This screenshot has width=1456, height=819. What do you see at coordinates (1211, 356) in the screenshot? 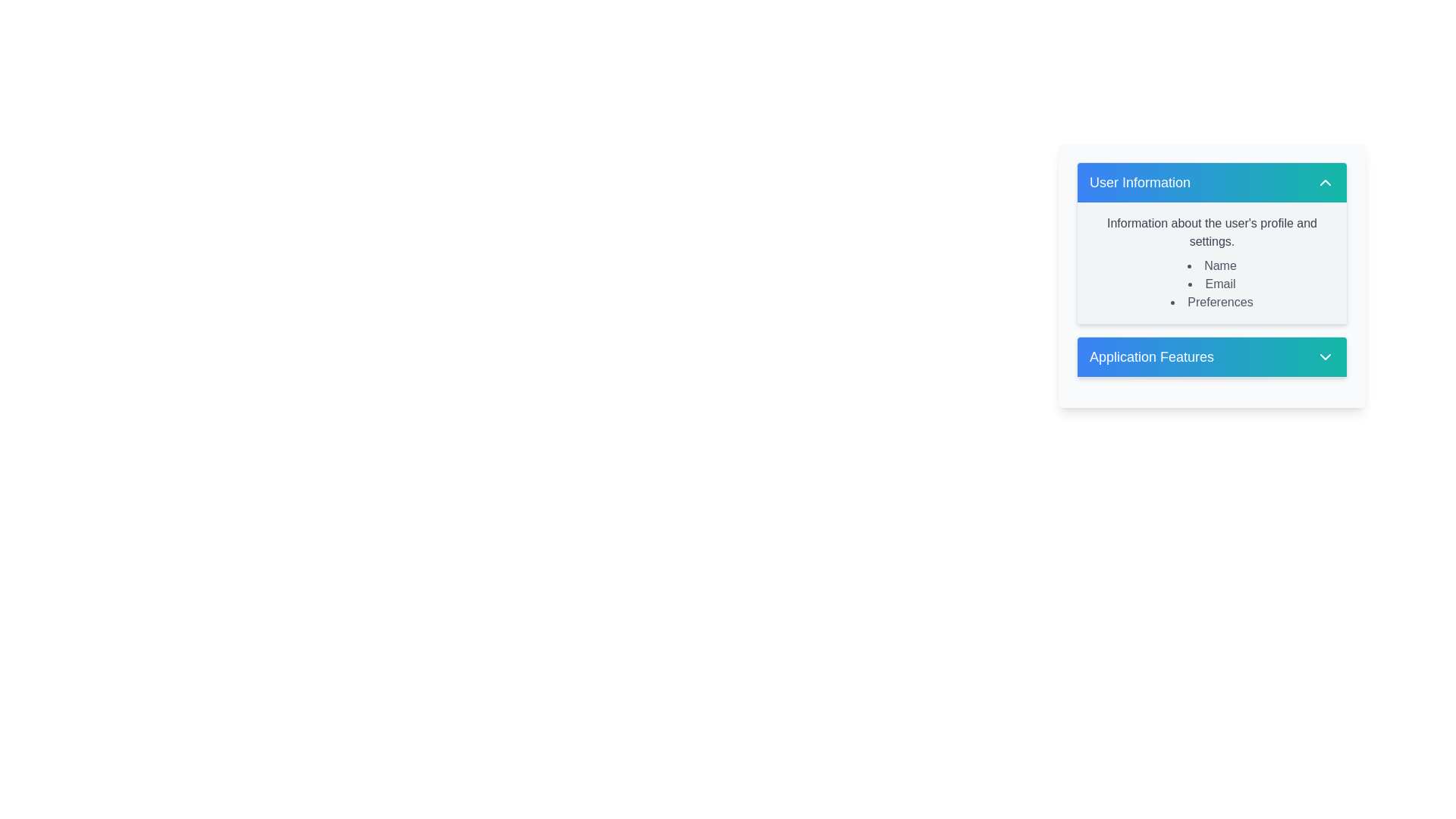
I see `the Collapsible Section Header button labeled 'Application Features'` at bounding box center [1211, 356].